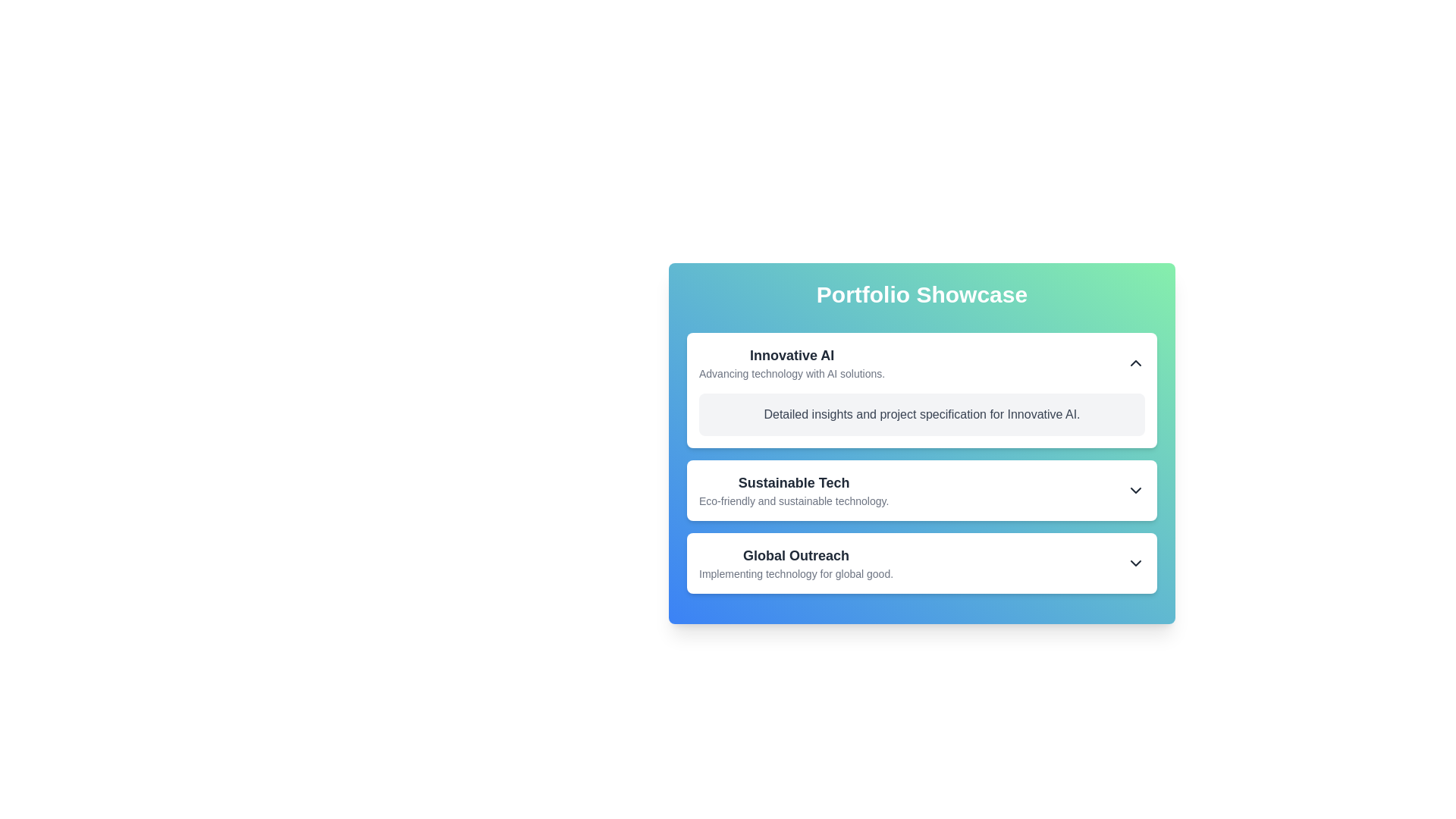  Describe the element at coordinates (795, 563) in the screenshot. I see `the text block representing the title and description of the portfolio card for 'Global Outreach', located in the bottom portion of the card, which is the third card in the list` at that location.